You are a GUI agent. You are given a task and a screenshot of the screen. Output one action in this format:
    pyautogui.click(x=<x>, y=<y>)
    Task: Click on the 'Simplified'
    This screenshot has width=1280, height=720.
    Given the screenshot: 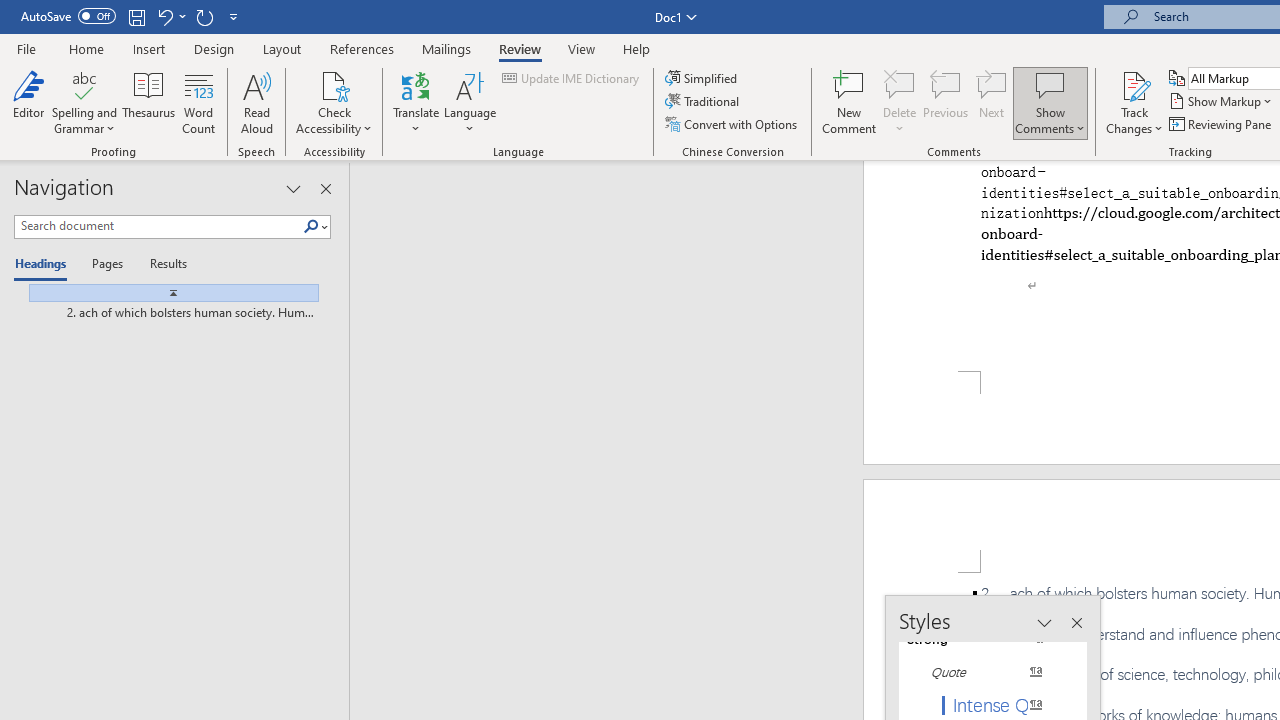 What is the action you would take?
    pyautogui.click(x=702, y=77)
    